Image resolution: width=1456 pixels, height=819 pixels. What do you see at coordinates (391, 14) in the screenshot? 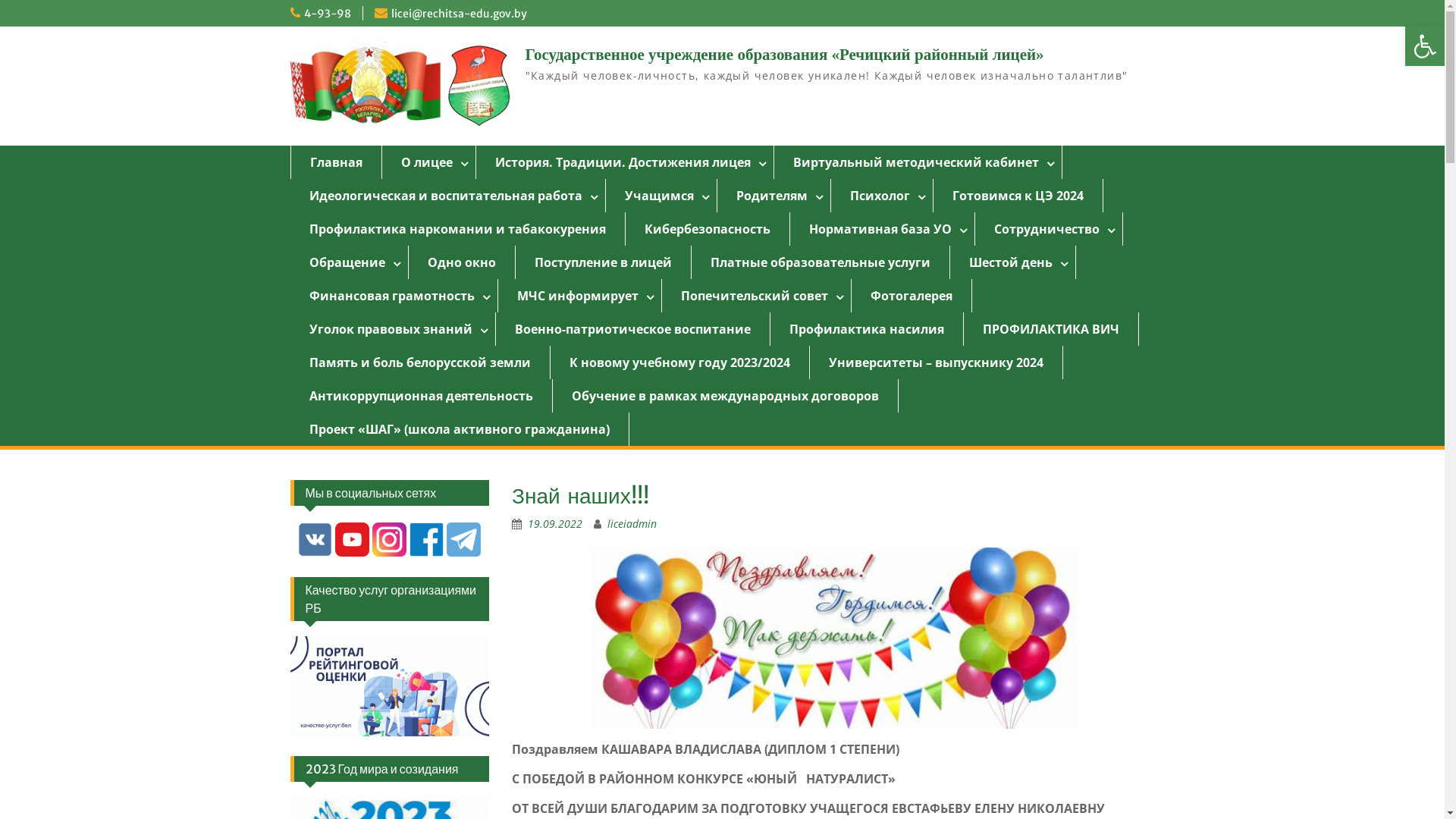
I see `'licei@rechitsa-edu.gov.by'` at bounding box center [391, 14].